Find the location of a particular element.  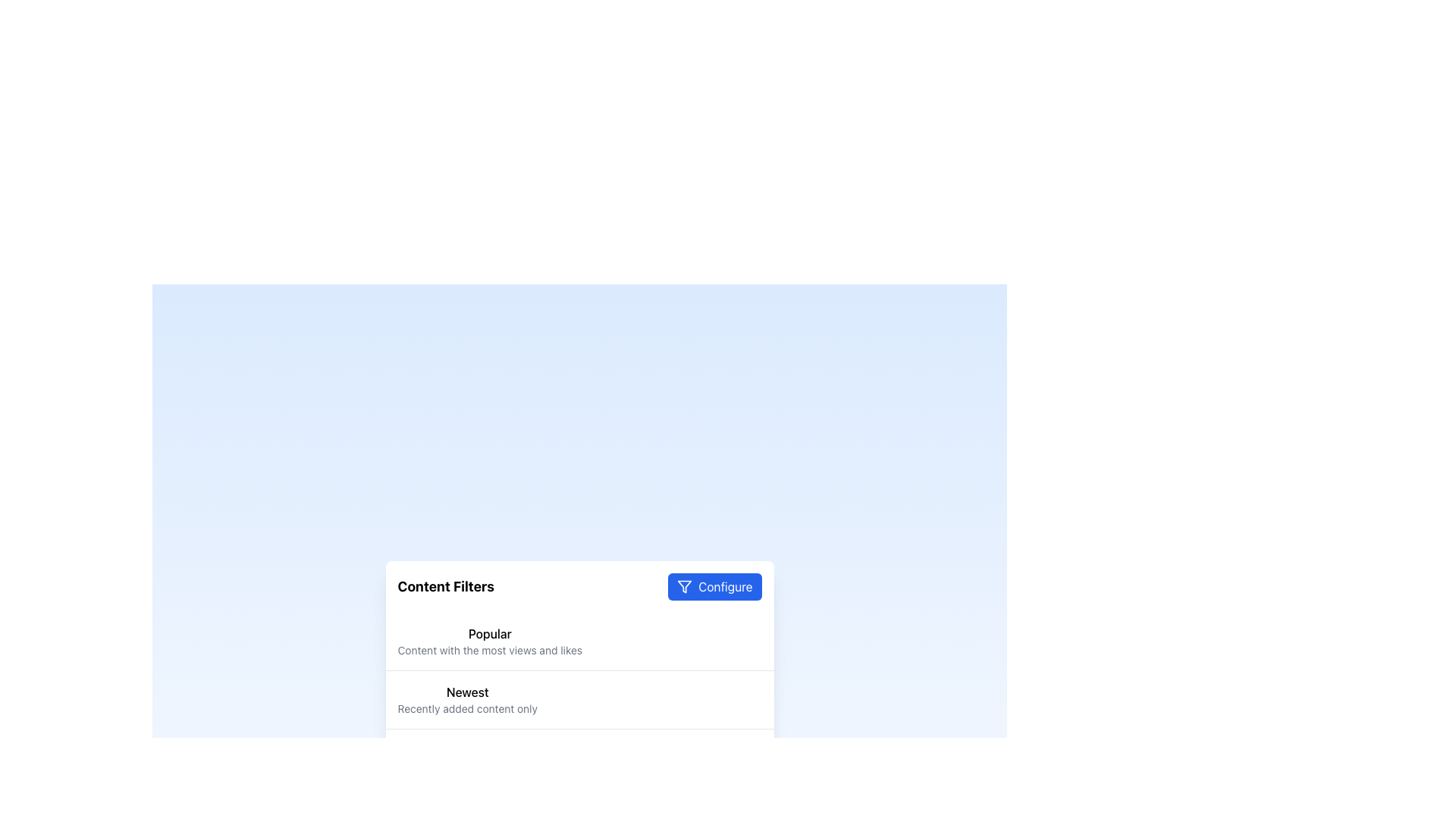

the static text element that reads 'Content with the most views and likes', located beneath the 'Popular' text in the 'Content Filters' section is located at coordinates (490, 649).